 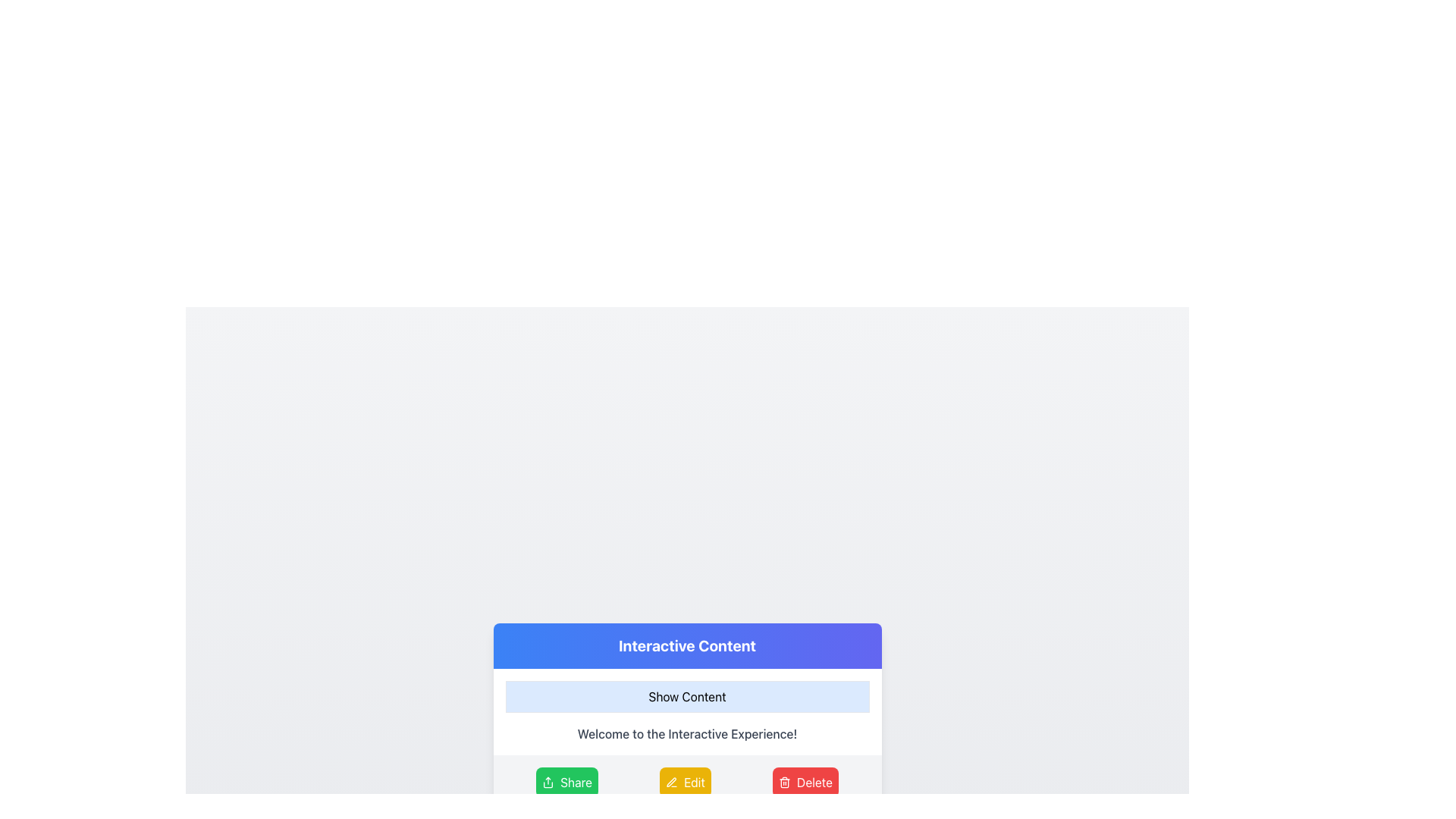 What do you see at coordinates (684, 783) in the screenshot?
I see `the yellow button labeled 'Edit' with a pen icon` at bounding box center [684, 783].